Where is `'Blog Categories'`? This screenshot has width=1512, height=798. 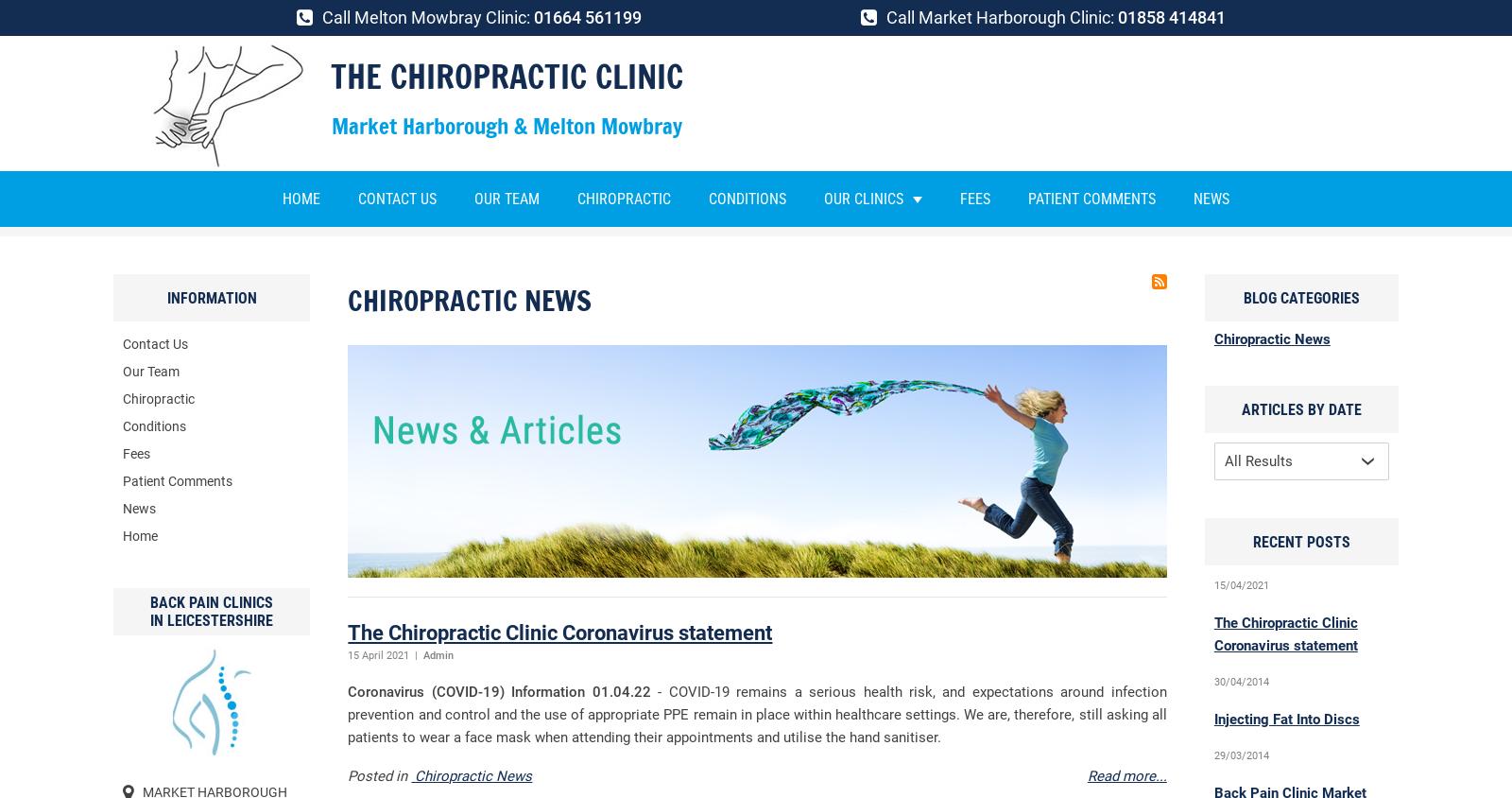
'Blog Categories' is located at coordinates (1242, 296).